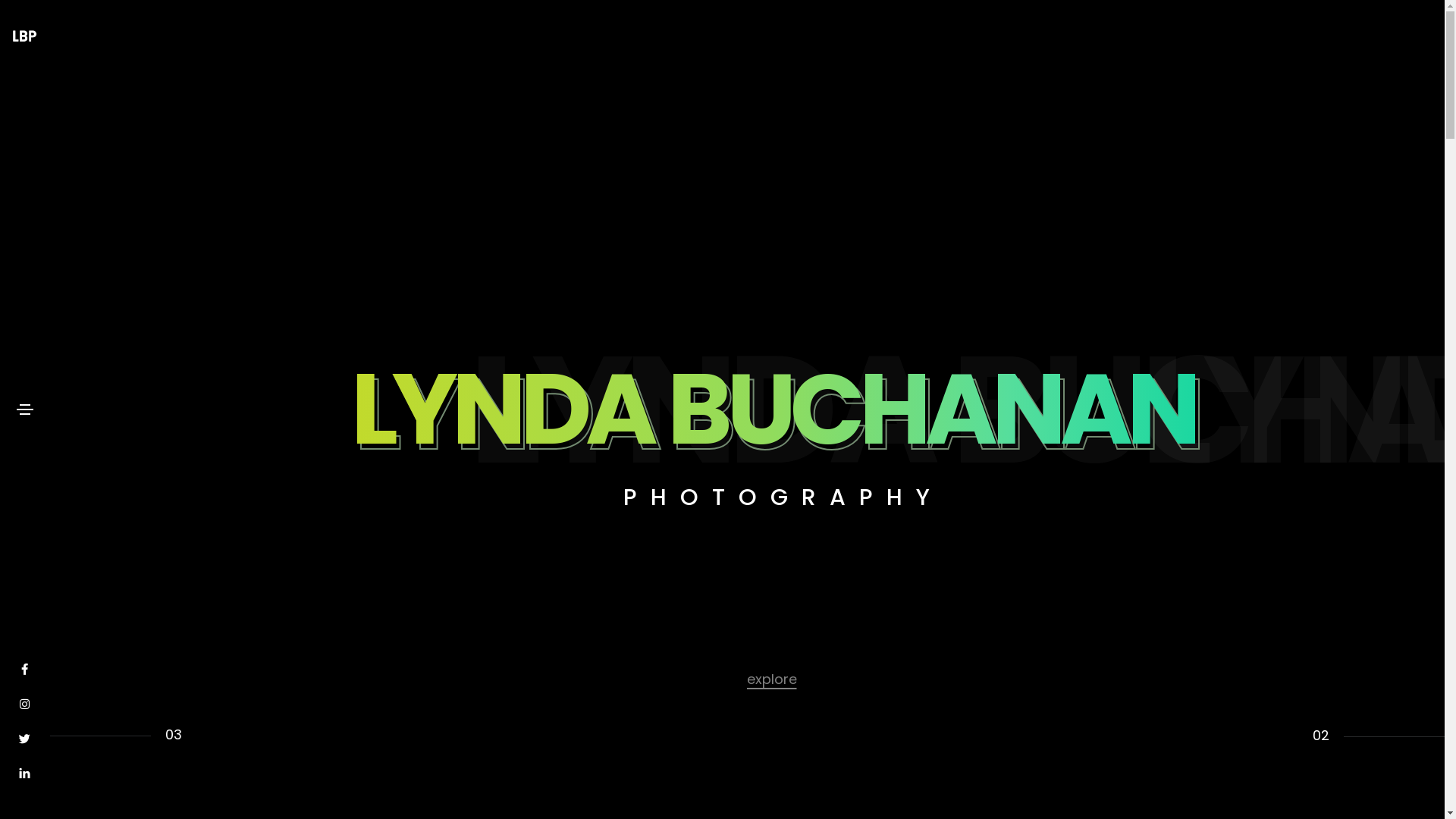 This screenshot has height=819, width=1456. What do you see at coordinates (771, 677) in the screenshot?
I see `'explore'` at bounding box center [771, 677].